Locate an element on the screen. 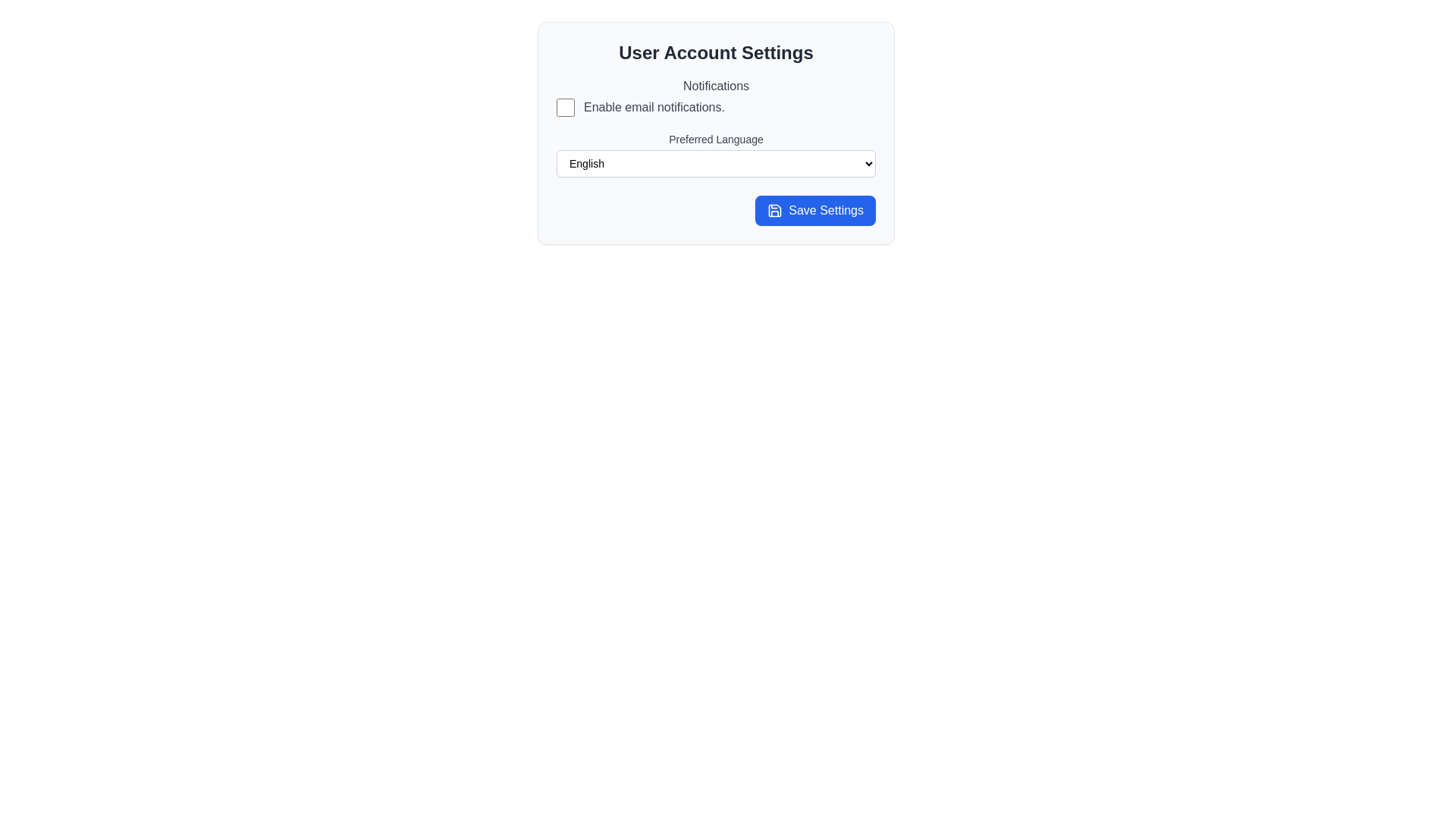 The height and width of the screenshot is (819, 1456). the icon within the 'Save Settings' button located at the lower right portion of the main settings area is located at coordinates (775, 210).